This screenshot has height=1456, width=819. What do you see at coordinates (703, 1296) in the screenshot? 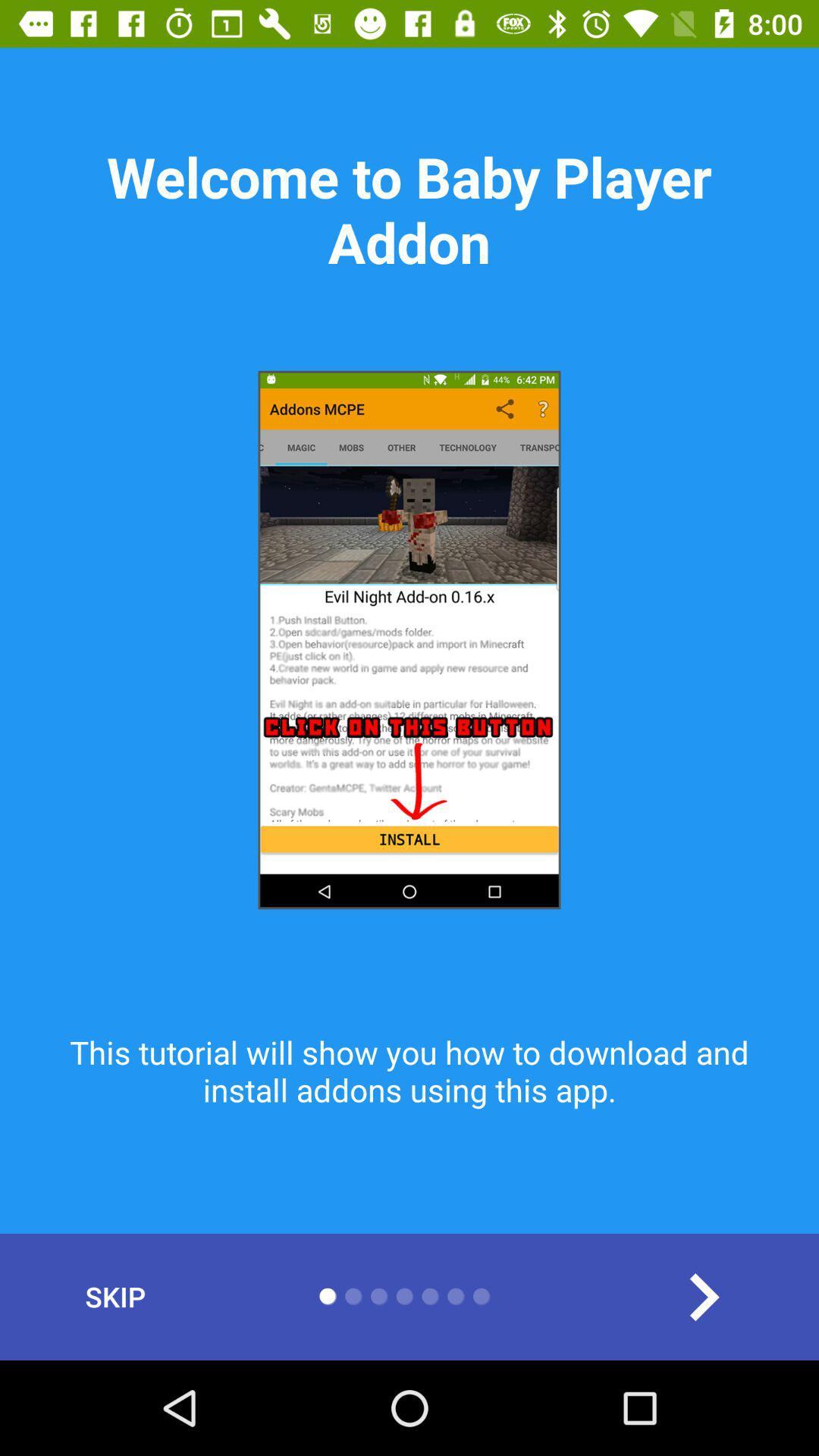
I see `the item at the bottom right corner` at bounding box center [703, 1296].